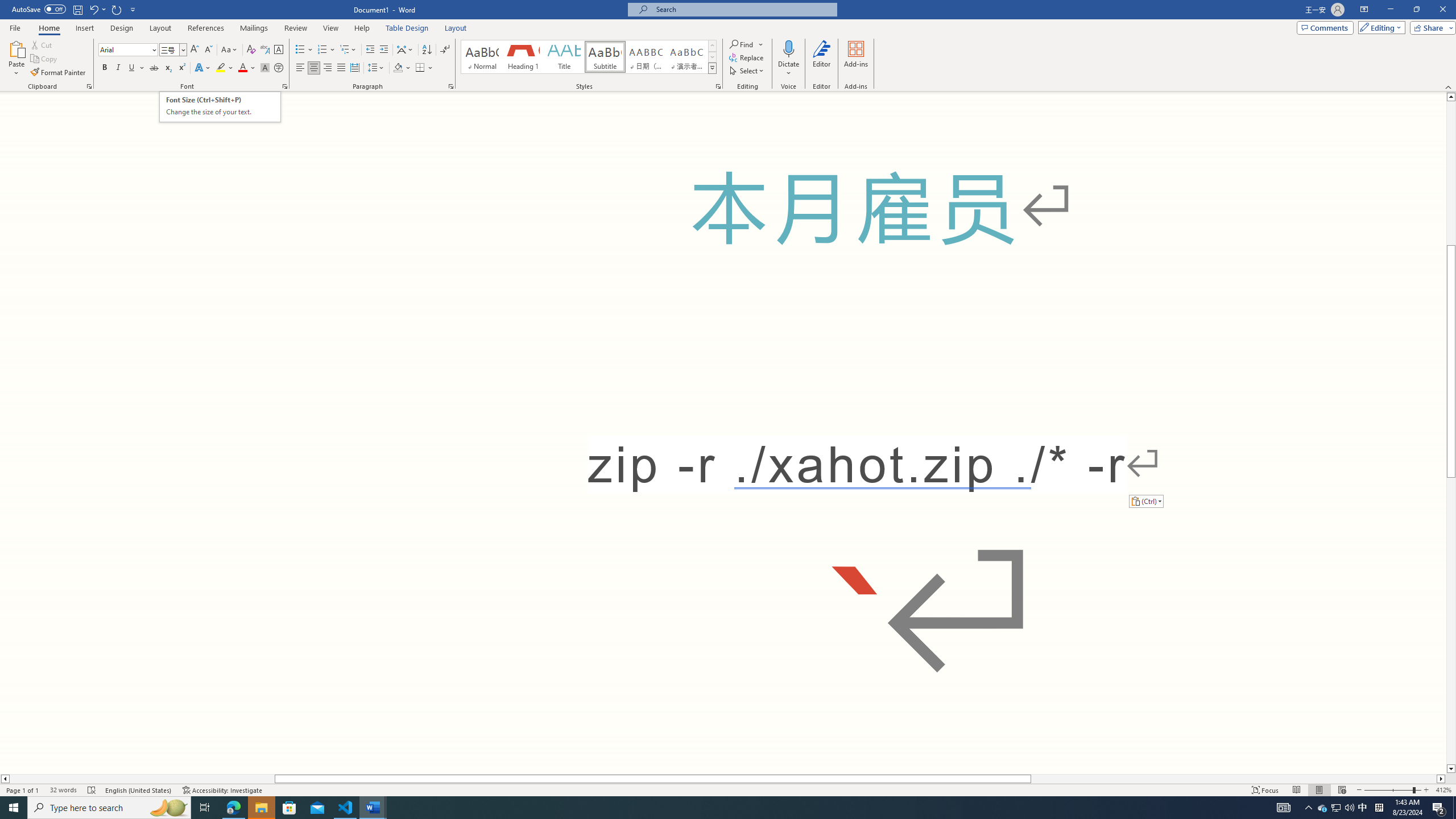  What do you see at coordinates (1441, 778) in the screenshot?
I see `'Column right'` at bounding box center [1441, 778].